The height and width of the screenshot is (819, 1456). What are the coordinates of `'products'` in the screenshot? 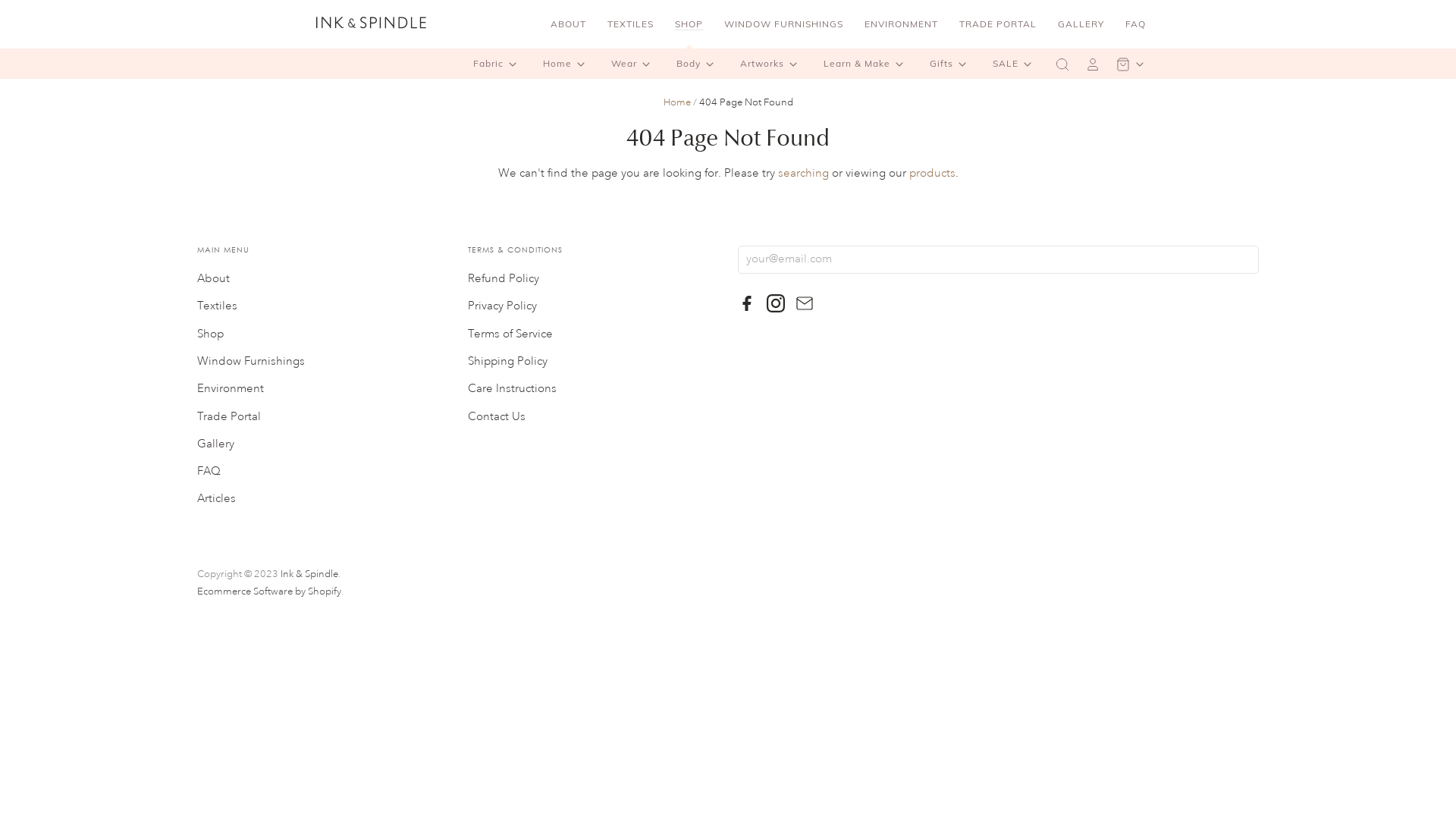 It's located at (930, 172).